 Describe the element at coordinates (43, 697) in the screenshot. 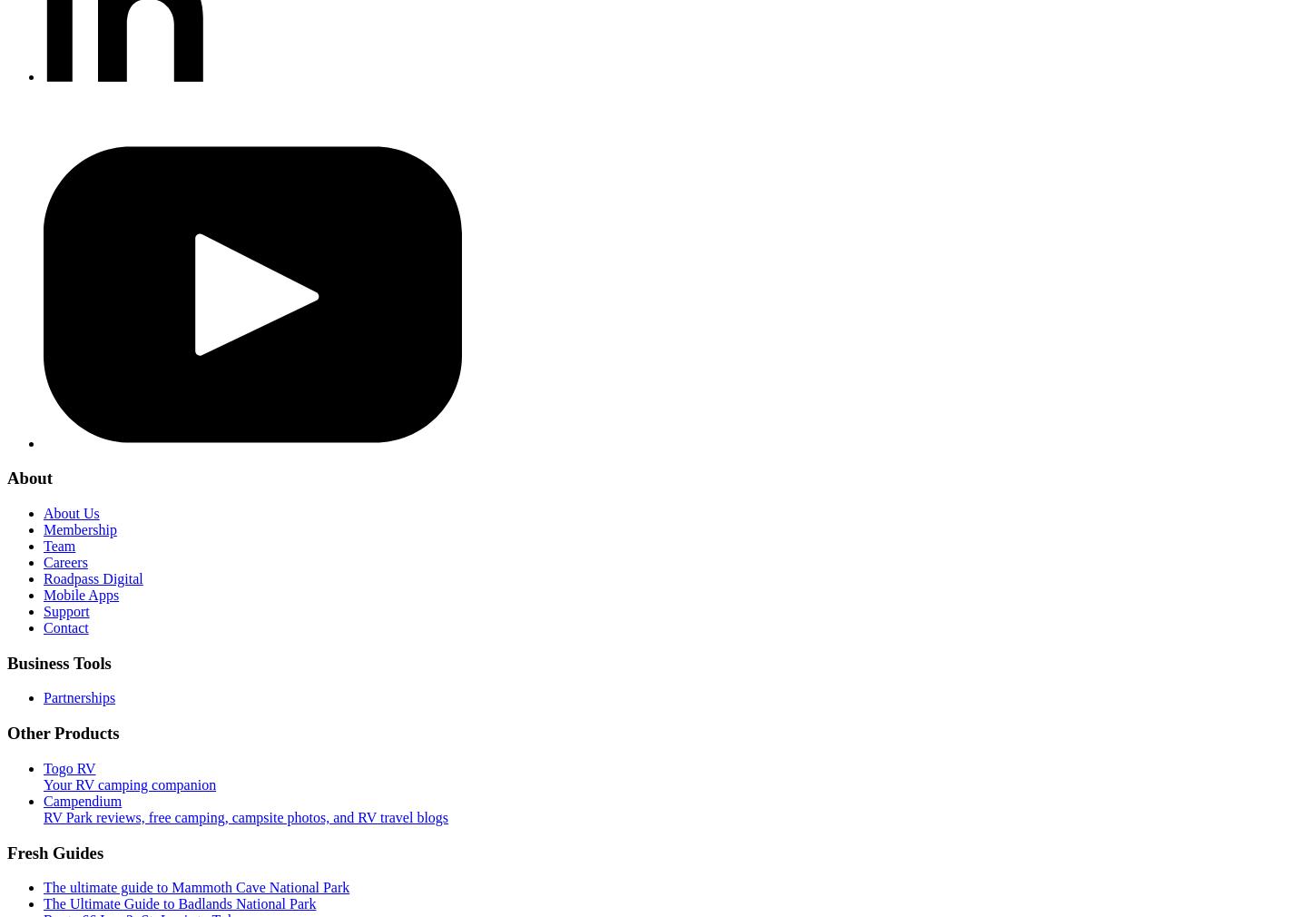

I see `'Partnerships'` at that location.